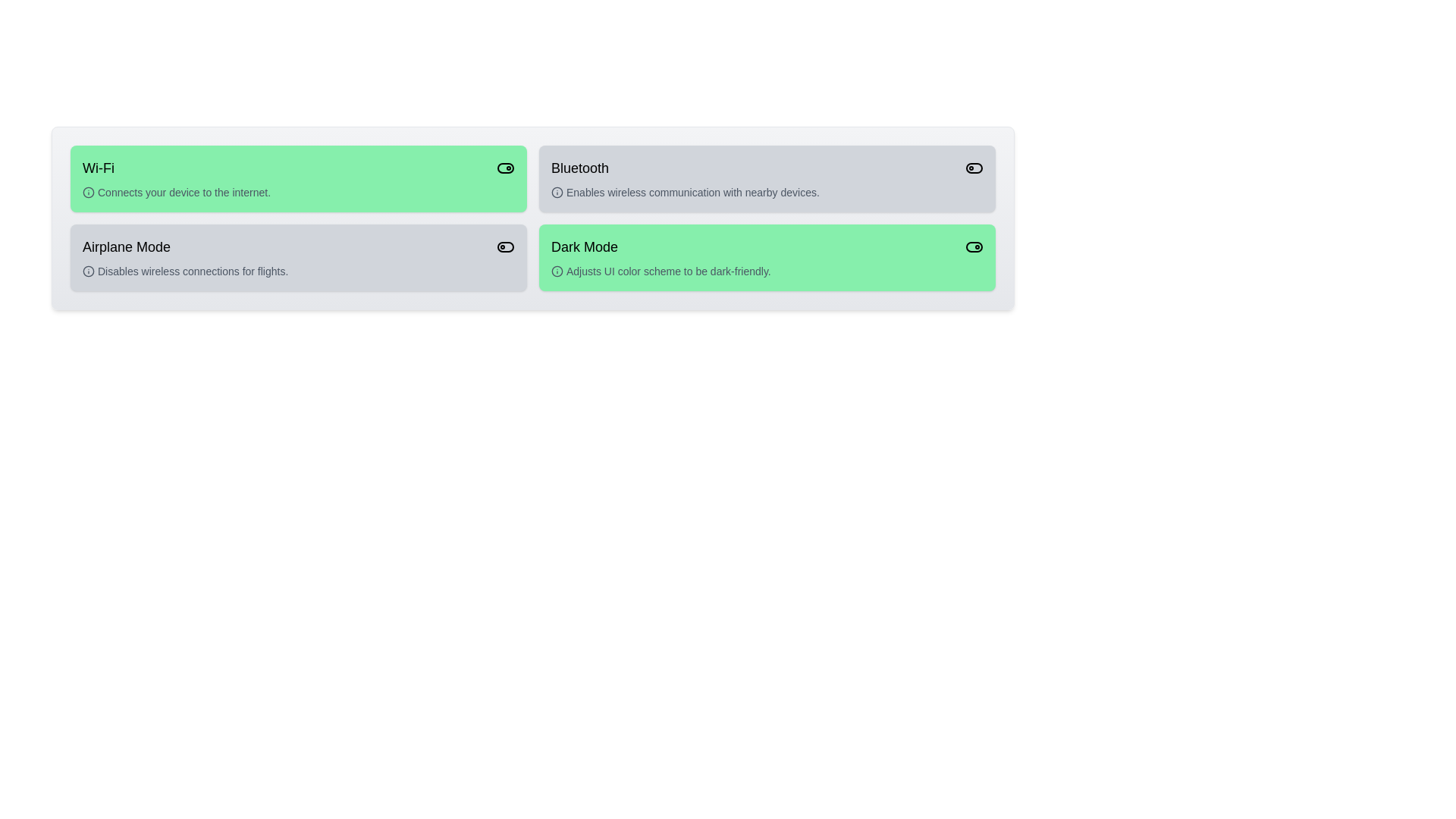 The image size is (1456, 819). I want to click on the card for Bluetooth, so click(767, 177).